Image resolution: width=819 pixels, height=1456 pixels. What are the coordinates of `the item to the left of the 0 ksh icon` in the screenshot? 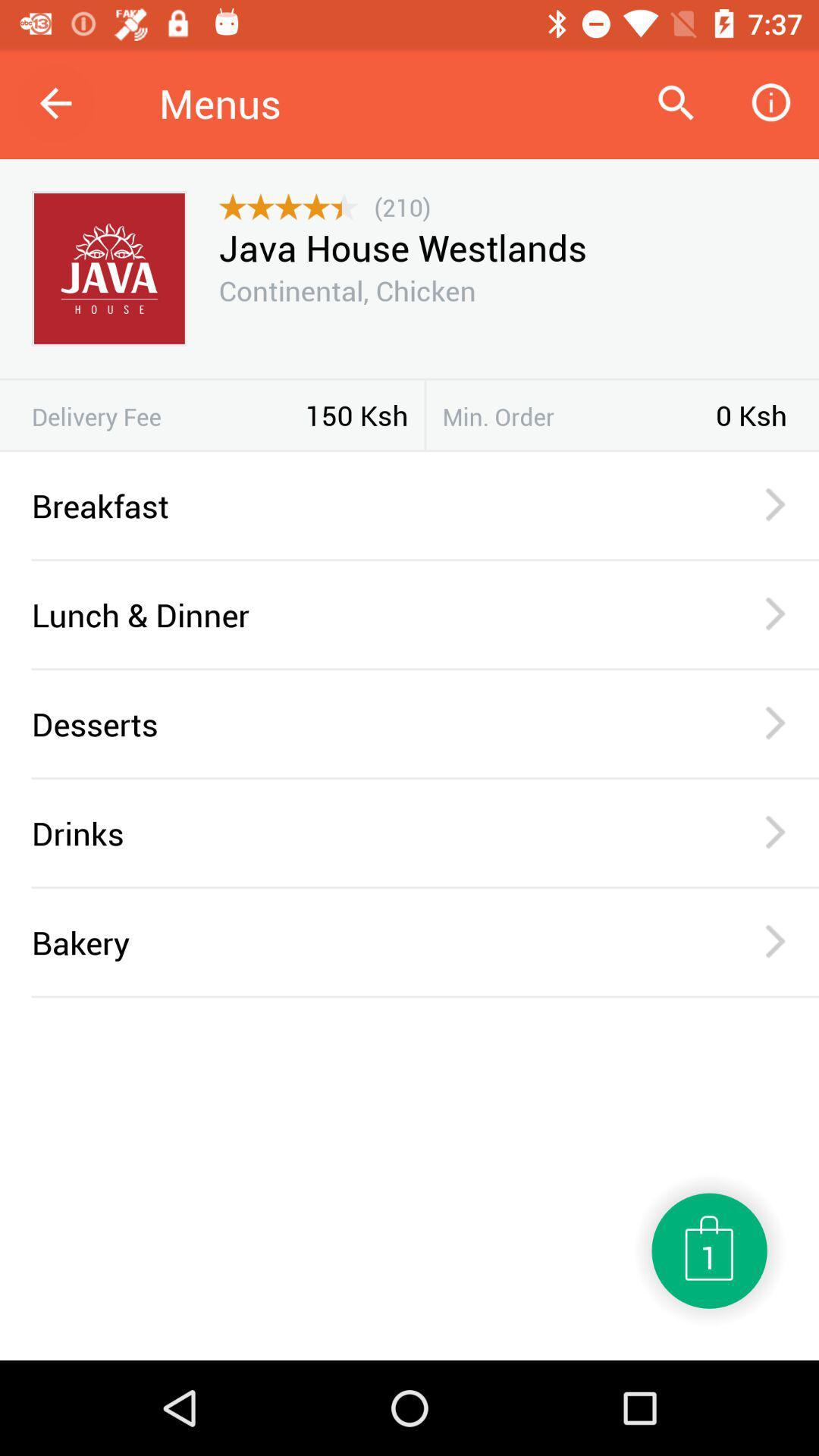 It's located at (579, 416).